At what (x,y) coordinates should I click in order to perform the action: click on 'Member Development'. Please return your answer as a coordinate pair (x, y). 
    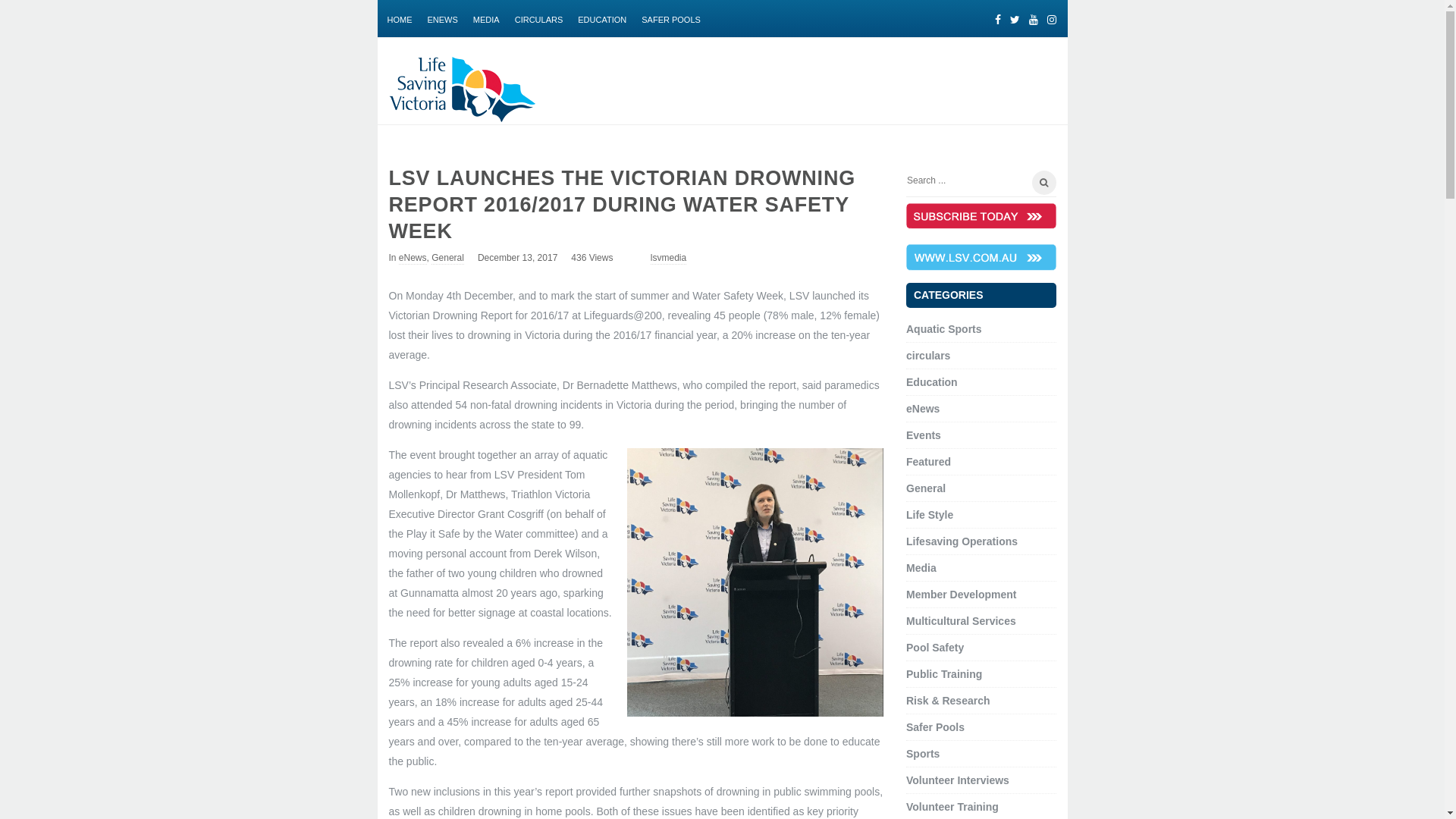
    Looking at the image, I should click on (906, 593).